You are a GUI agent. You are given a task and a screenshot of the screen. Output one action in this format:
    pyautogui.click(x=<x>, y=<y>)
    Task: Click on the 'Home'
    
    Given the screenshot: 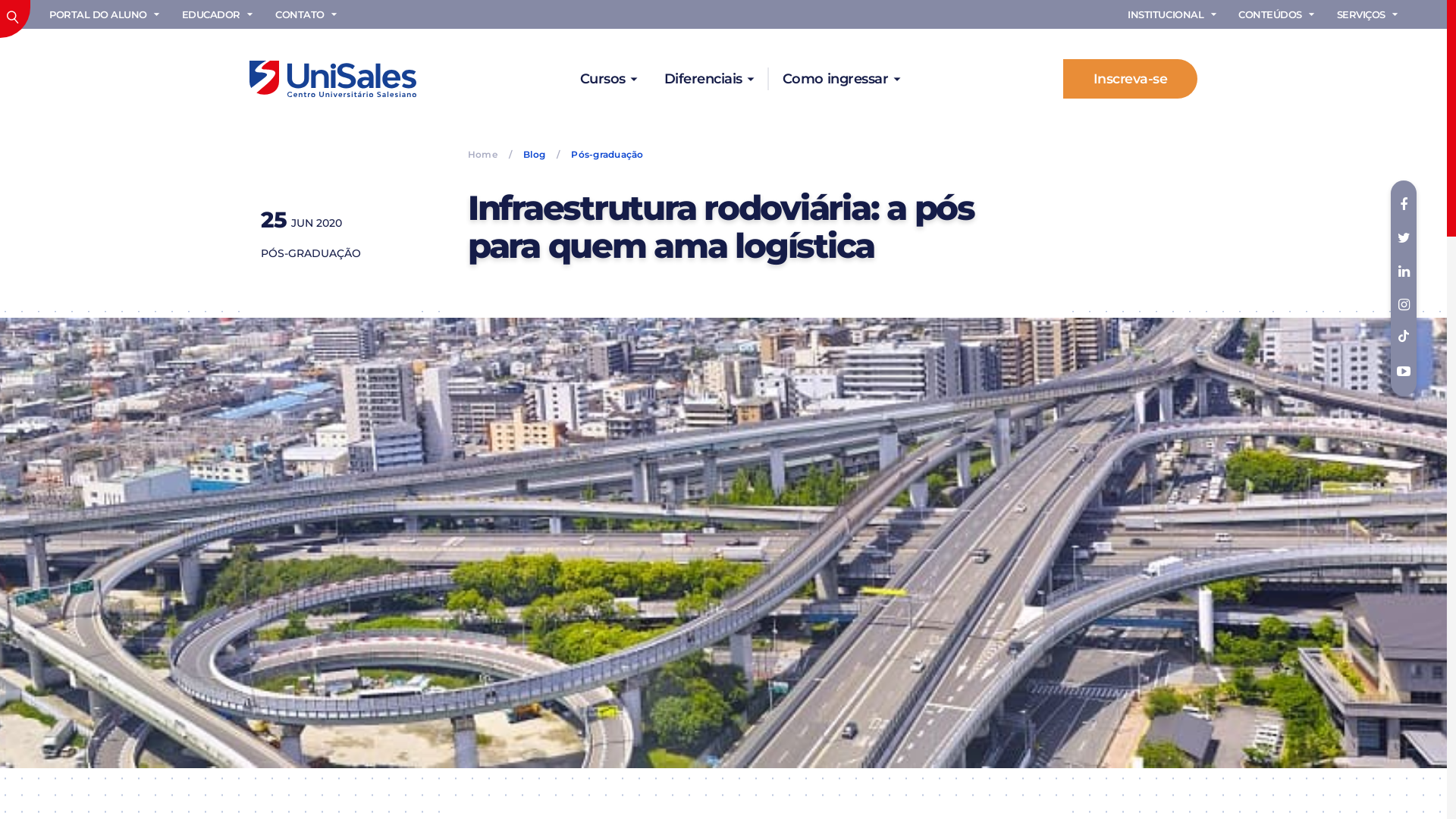 What is the action you would take?
    pyautogui.click(x=488, y=155)
    